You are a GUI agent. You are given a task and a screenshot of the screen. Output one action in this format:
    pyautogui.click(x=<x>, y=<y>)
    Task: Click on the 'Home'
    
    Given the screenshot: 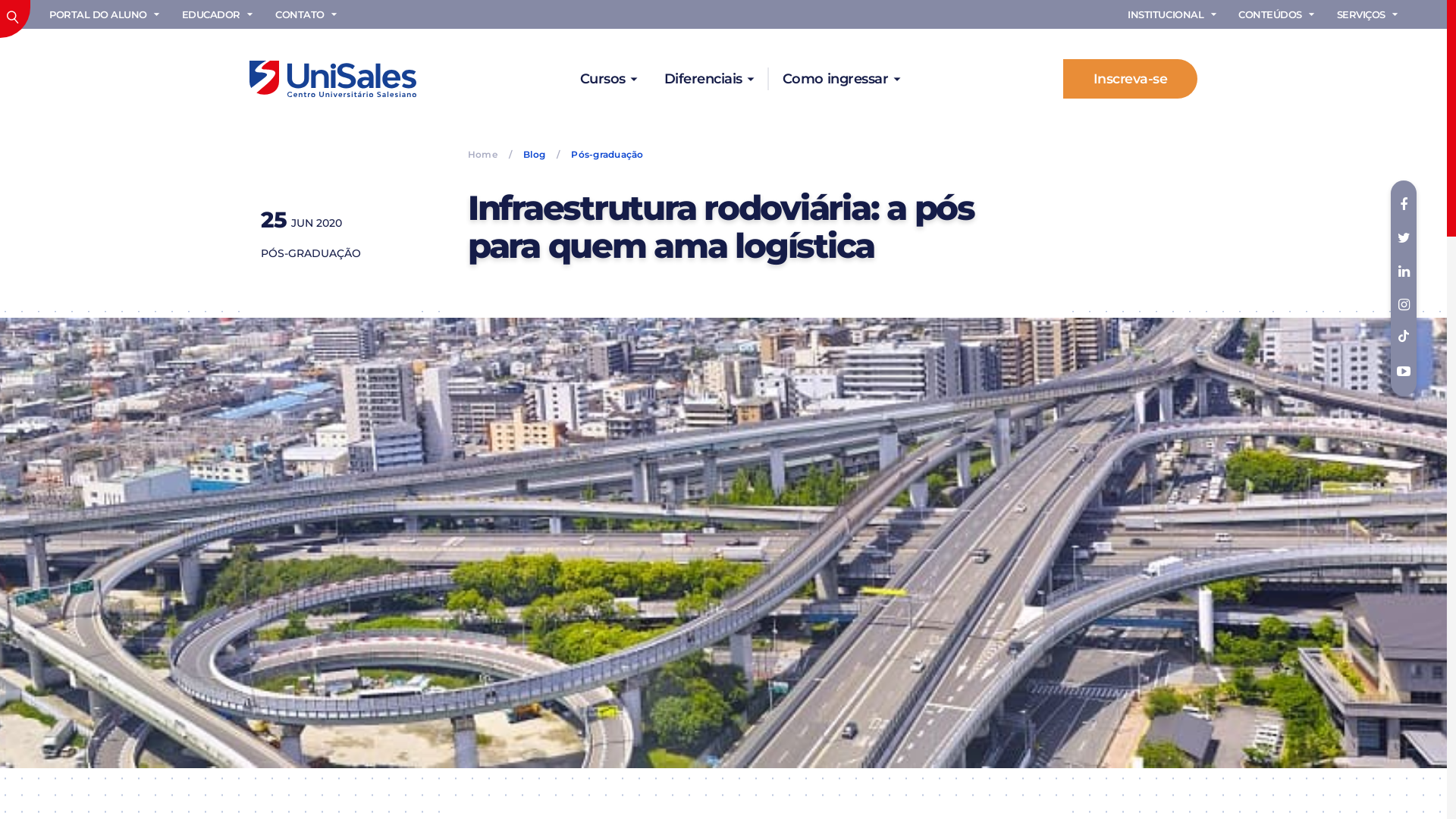 What is the action you would take?
    pyautogui.click(x=488, y=155)
    